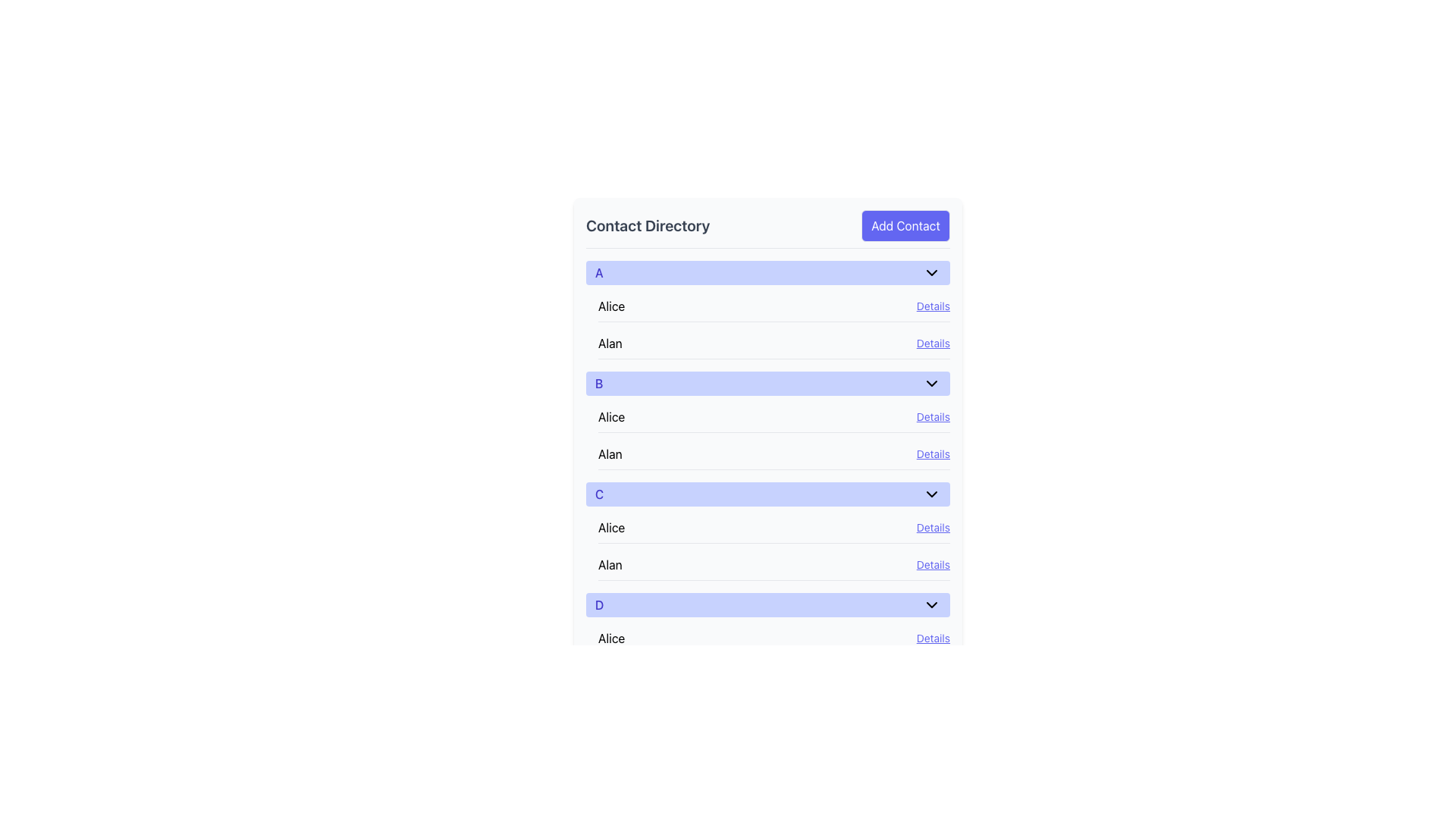 The width and height of the screenshot is (1456, 819). Describe the element at coordinates (611, 638) in the screenshot. I see `the text label displaying 'Alice' in the directory list under the 'D' section` at that location.